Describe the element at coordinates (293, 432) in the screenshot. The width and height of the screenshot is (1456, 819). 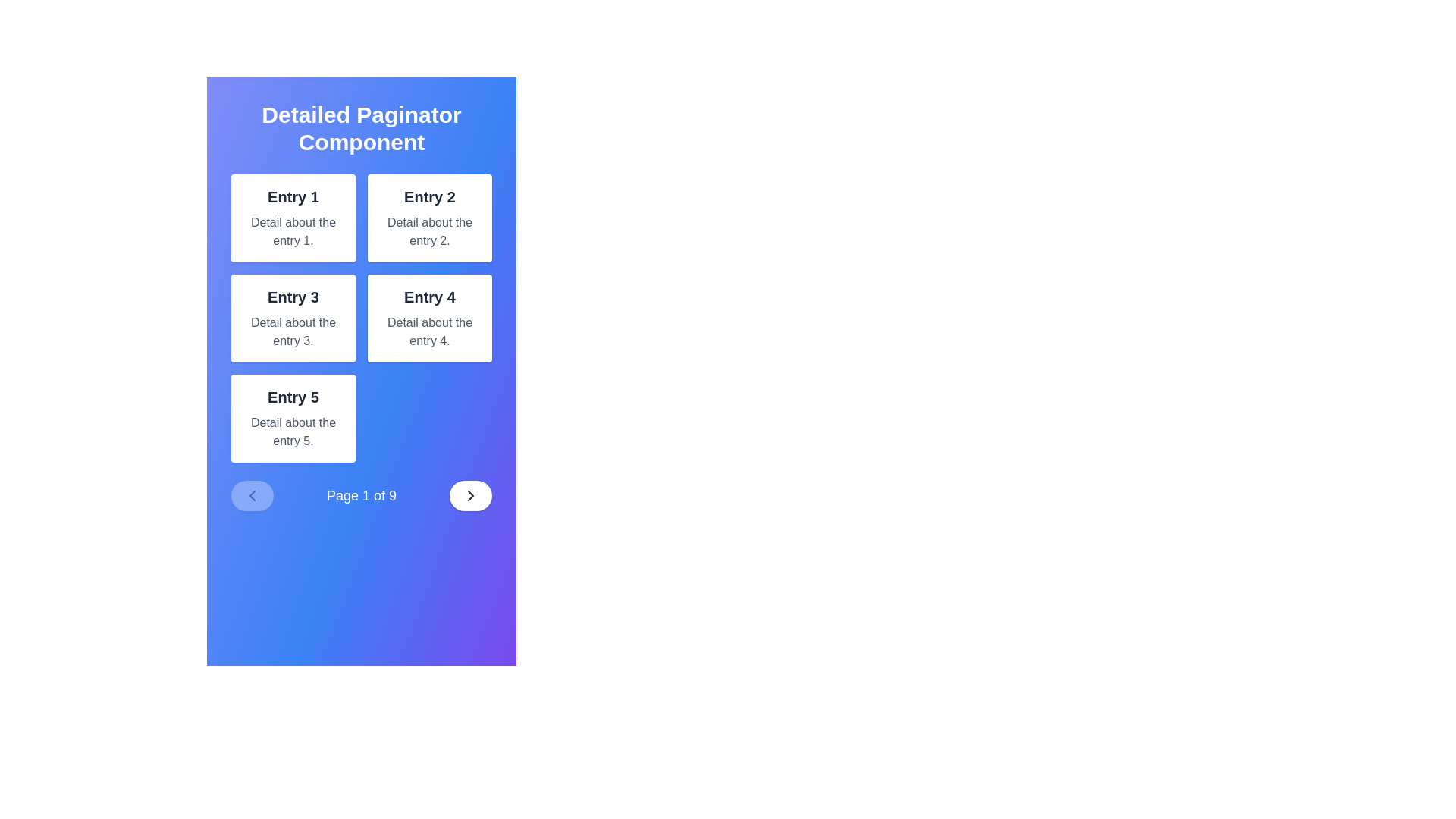
I see `the text label displaying 'Detail about the entry 5.', which is styled in gray and located beneath the heading 'Entry 5' within the card at the lower-left corner of the grid layout` at that location.